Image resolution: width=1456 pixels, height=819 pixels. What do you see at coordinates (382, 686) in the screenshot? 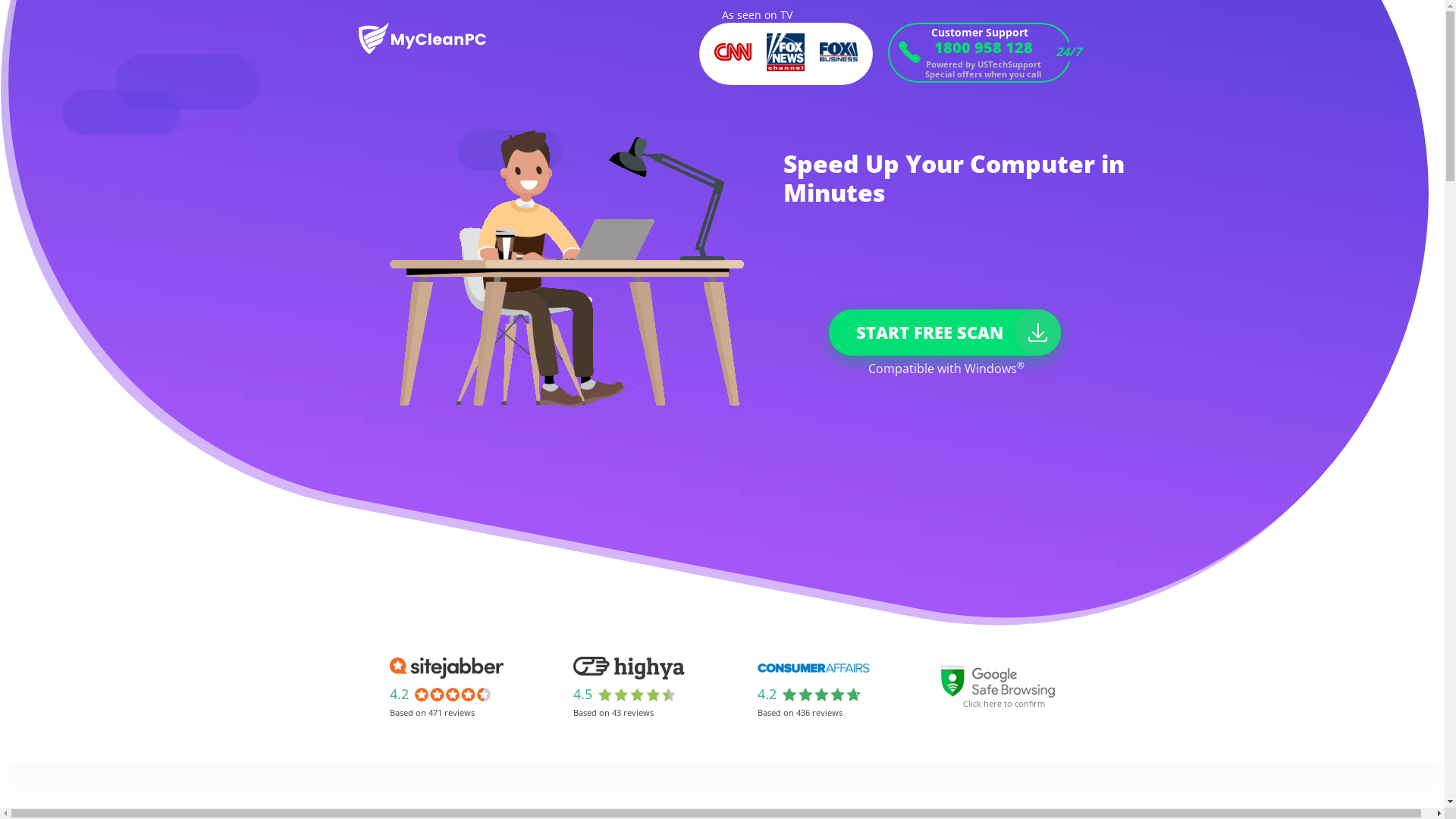
I see `'Based on 471 reviews` at bounding box center [382, 686].